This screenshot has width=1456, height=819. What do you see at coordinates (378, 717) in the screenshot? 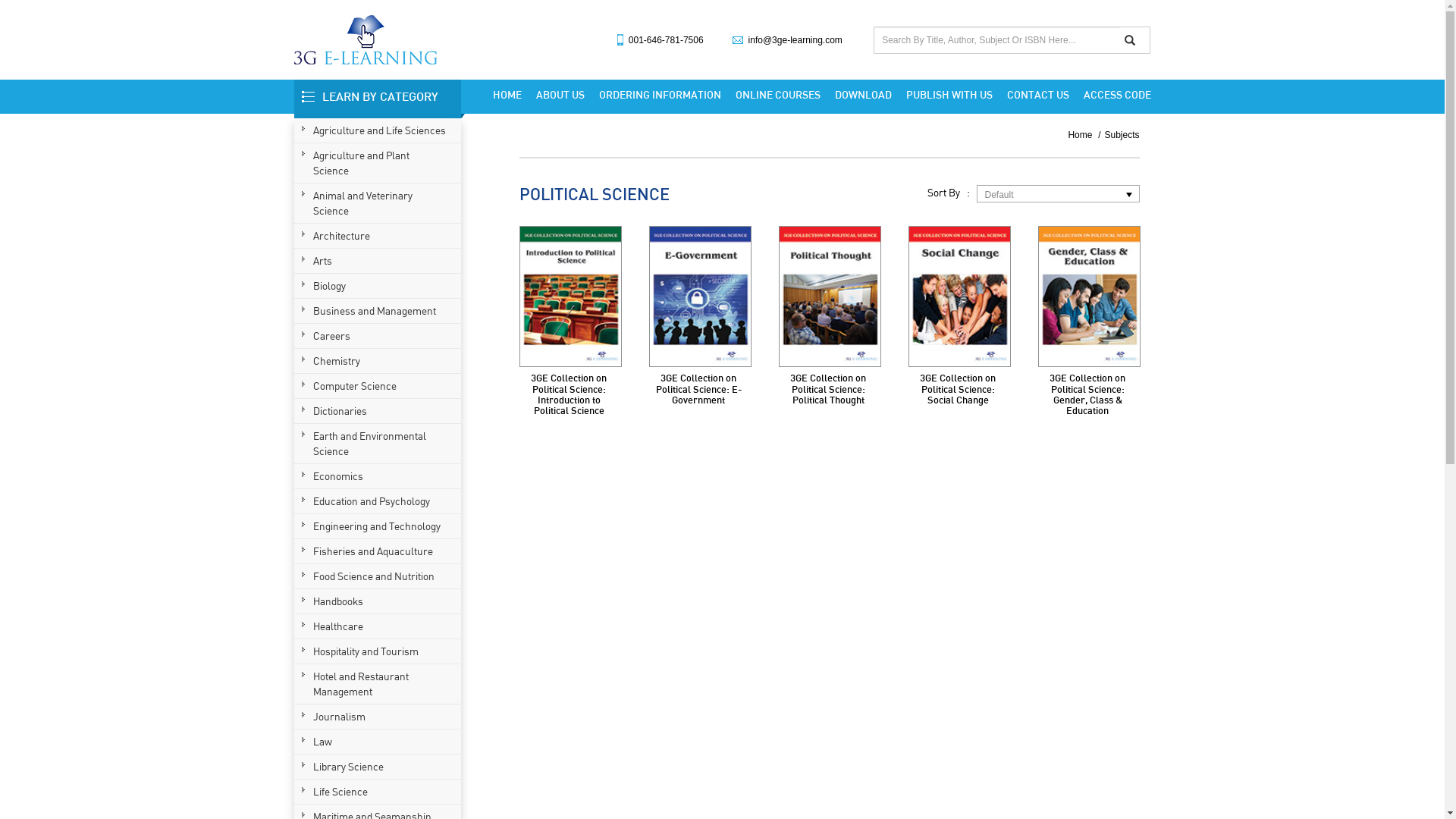
I see `'Journalism'` at bounding box center [378, 717].